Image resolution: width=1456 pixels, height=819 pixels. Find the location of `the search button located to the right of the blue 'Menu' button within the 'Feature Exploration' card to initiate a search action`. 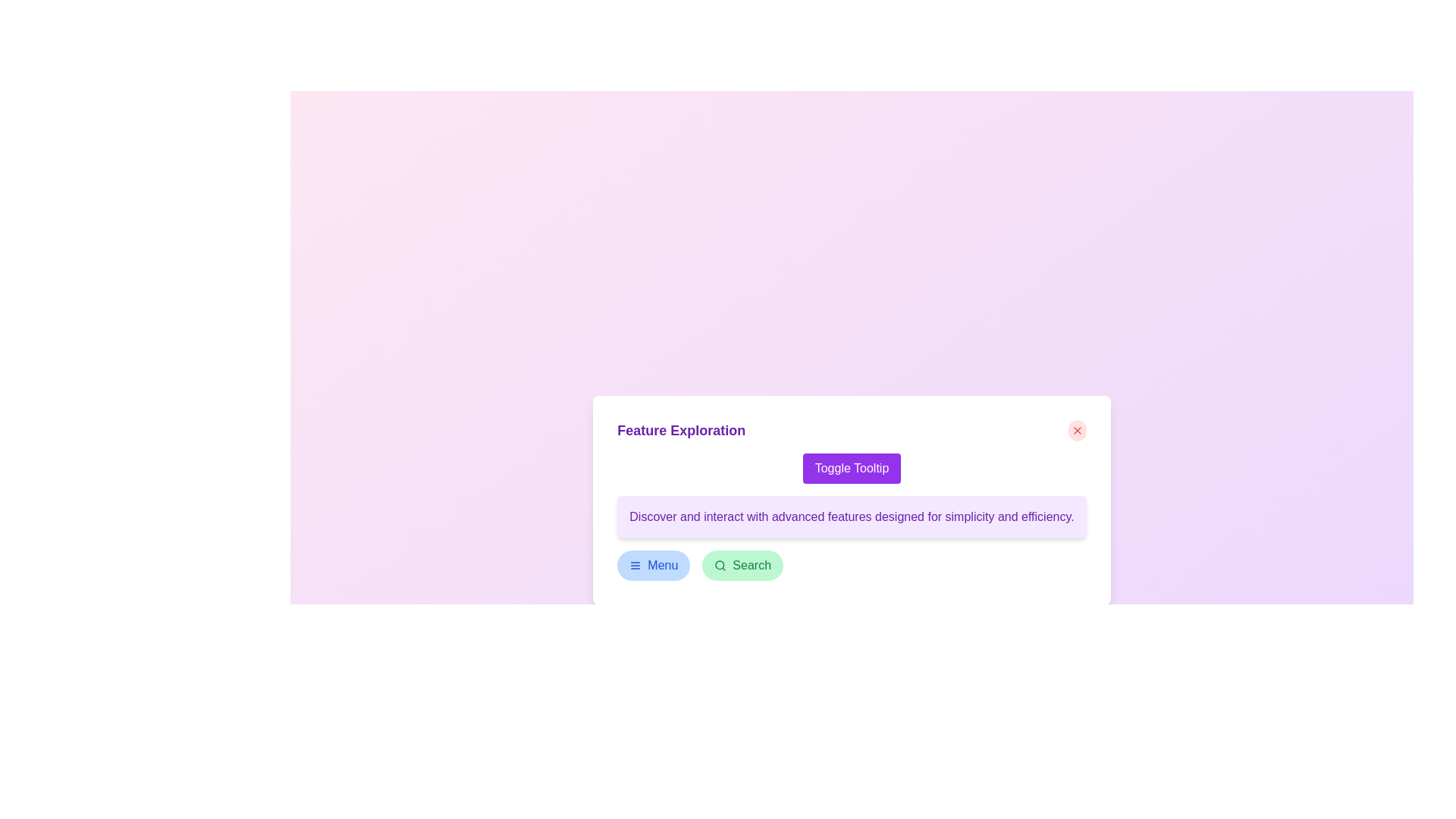

the search button located to the right of the blue 'Menu' button within the 'Feature Exploration' card to initiate a search action is located at coordinates (742, 565).